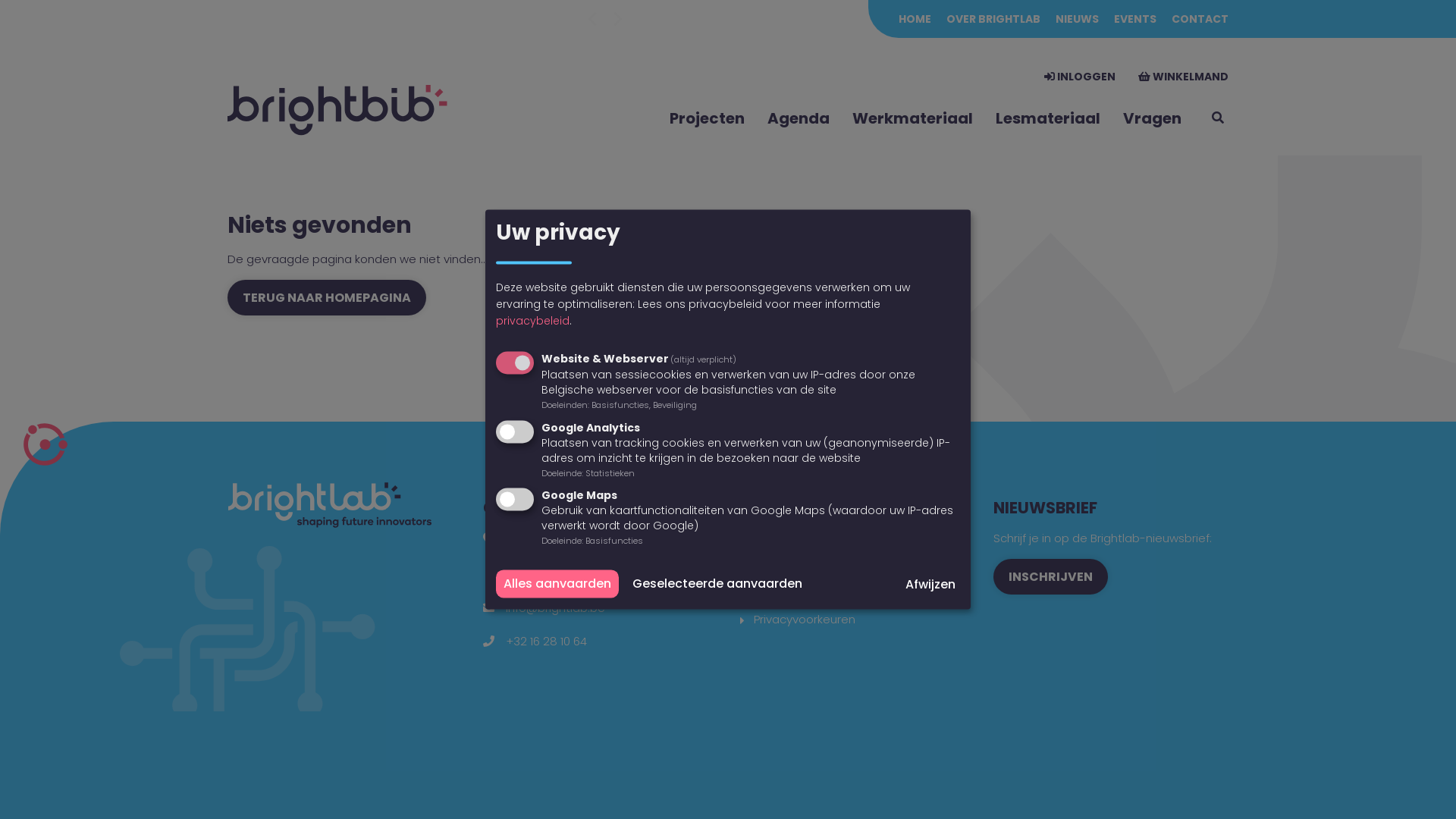 The height and width of the screenshot is (819, 1456). What do you see at coordinates (1113, 18) in the screenshot?
I see `'EVENTS'` at bounding box center [1113, 18].